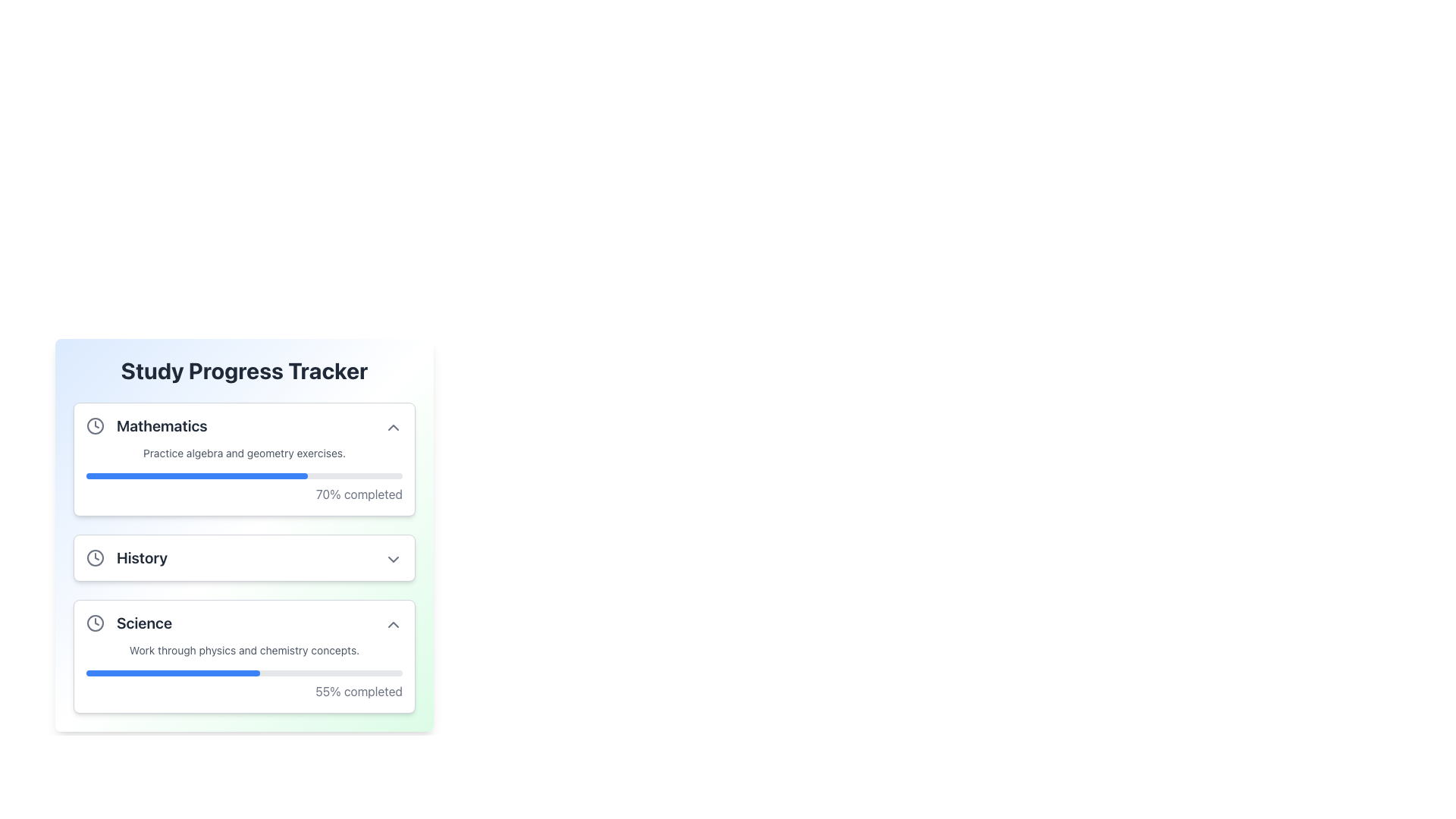 The width and height of the screenshot is (1456, 819). I want to click on text label that informs users about the specific tasks or objectives associated with the 'Science' progress section, positioned above the progress bar in the 'Study Progress Tracker' interface, so click(244, 649).